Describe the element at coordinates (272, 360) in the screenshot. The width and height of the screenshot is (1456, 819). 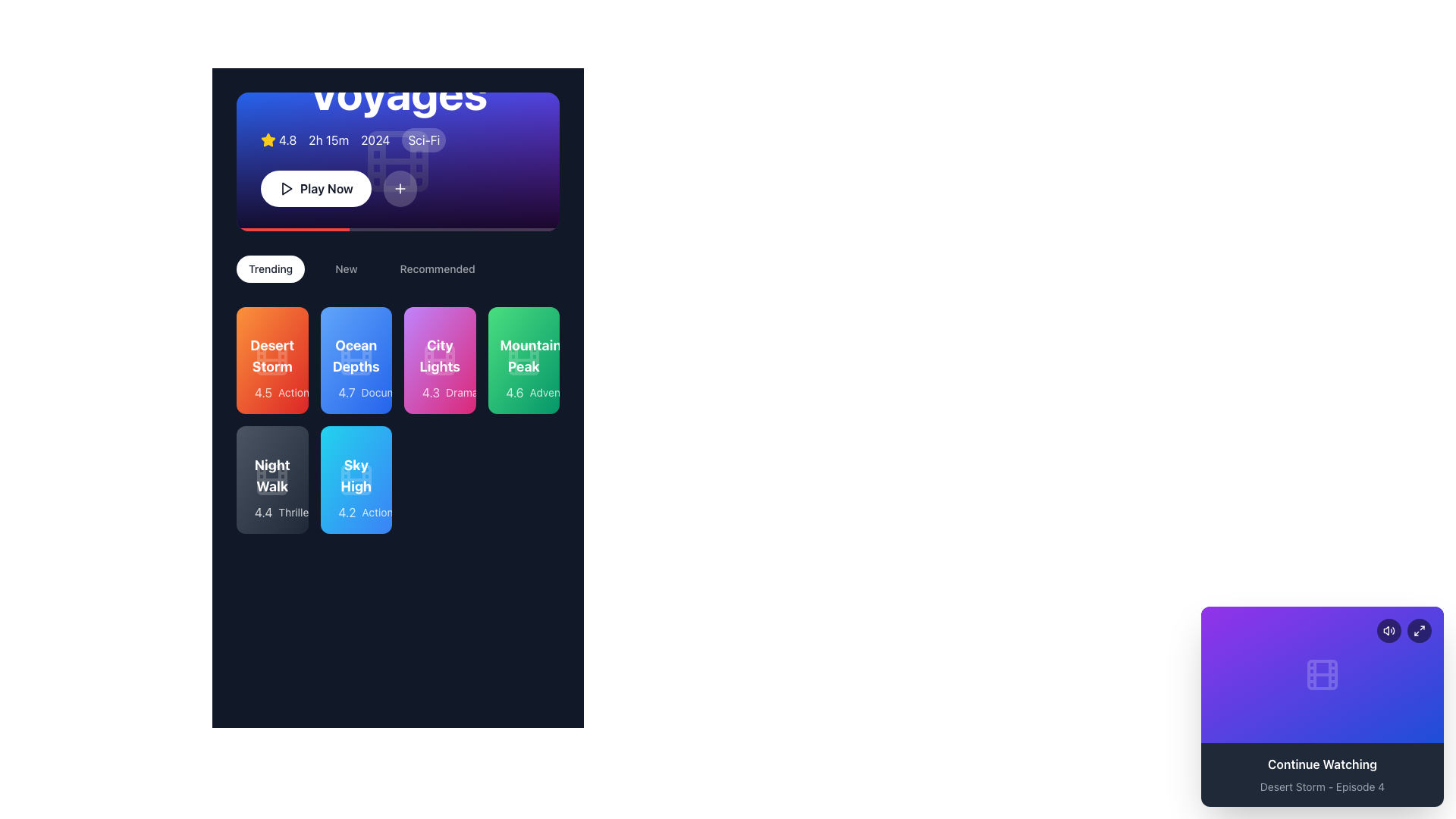
I see `the rectangular graphic with rounded corners that serves as a frame within the film reel icon, located in the first card titled 'Desert Storm'` at that location.